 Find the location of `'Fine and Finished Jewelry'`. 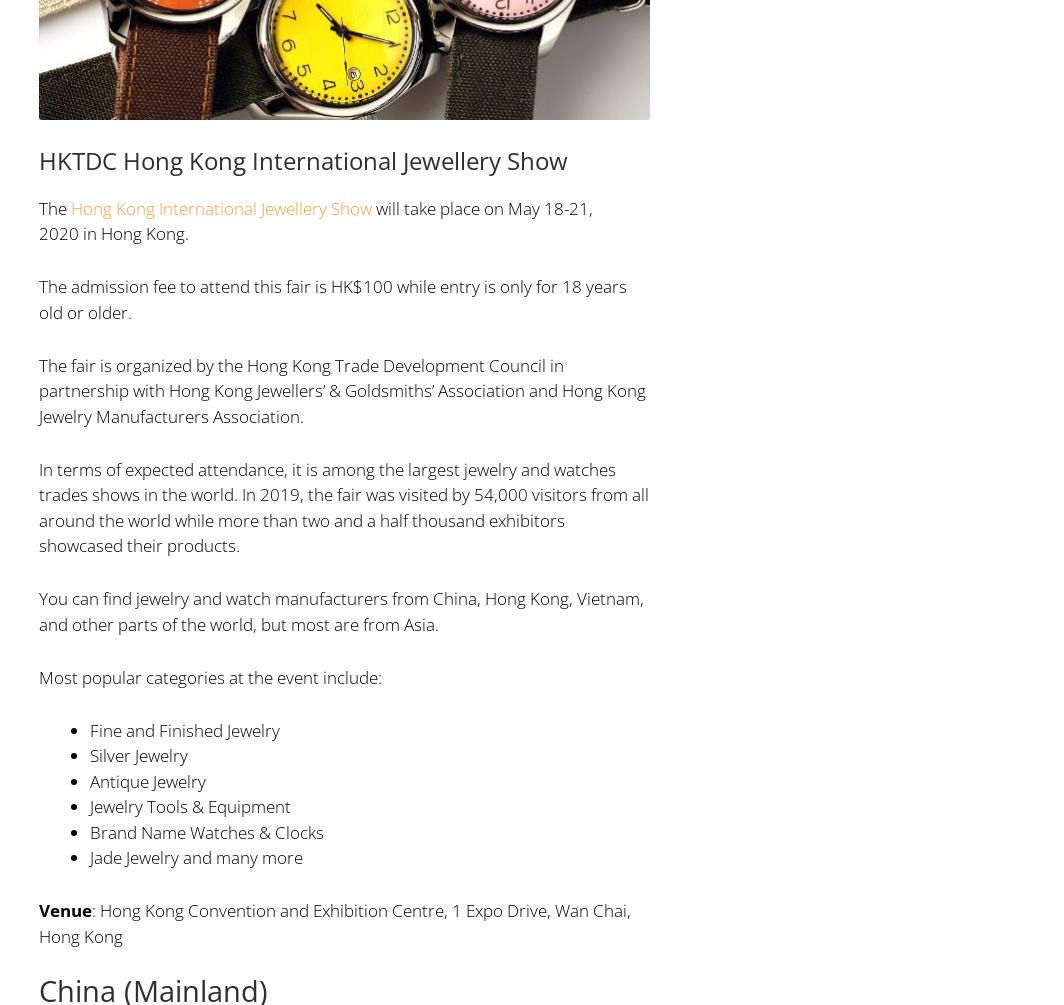

'Fine and Finished Jewelry' is located at coordinates (88, 729).